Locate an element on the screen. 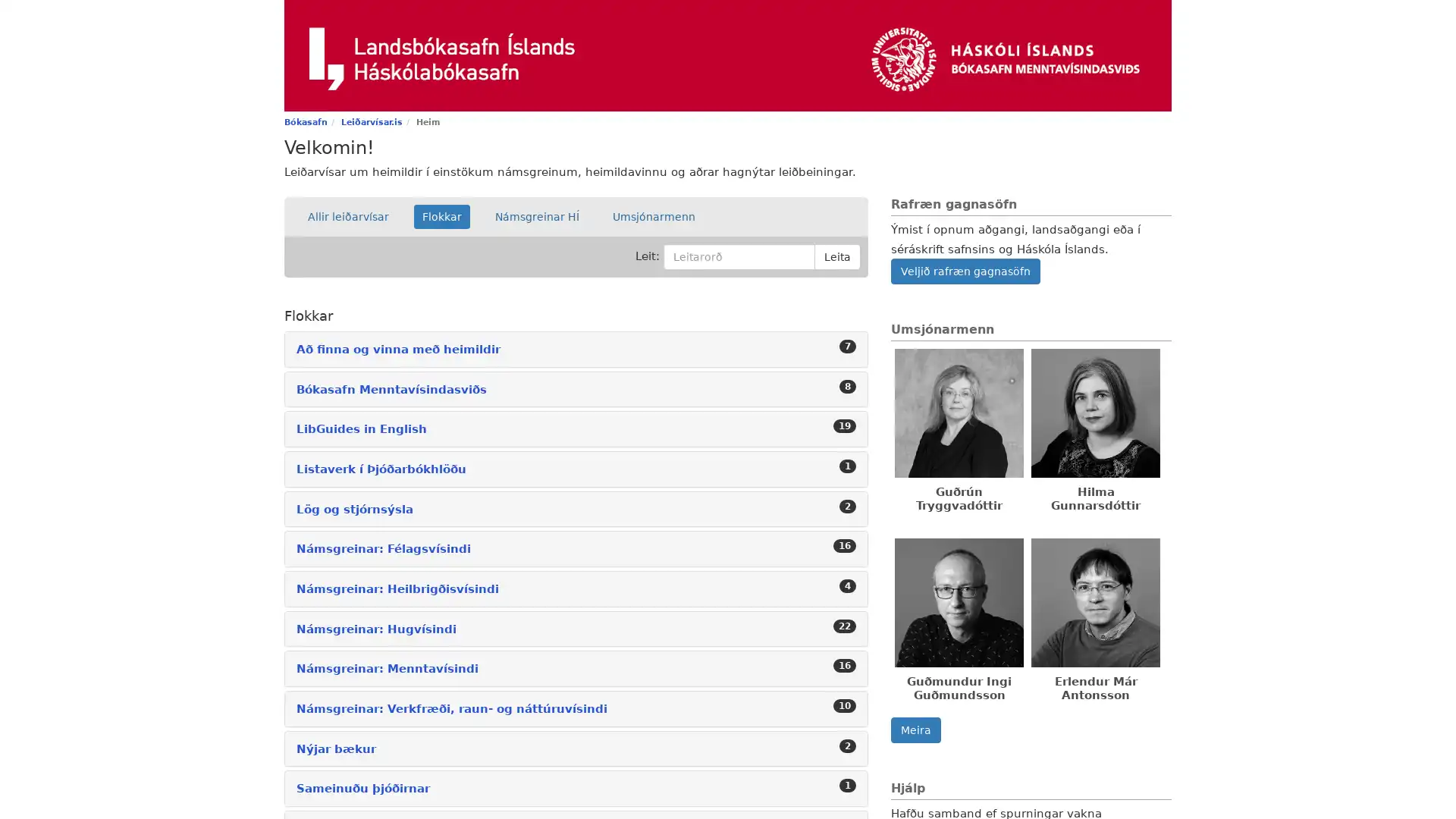 The height and width of the screenshot is (819, 1456). Leita is located at coordinates (836, 256).